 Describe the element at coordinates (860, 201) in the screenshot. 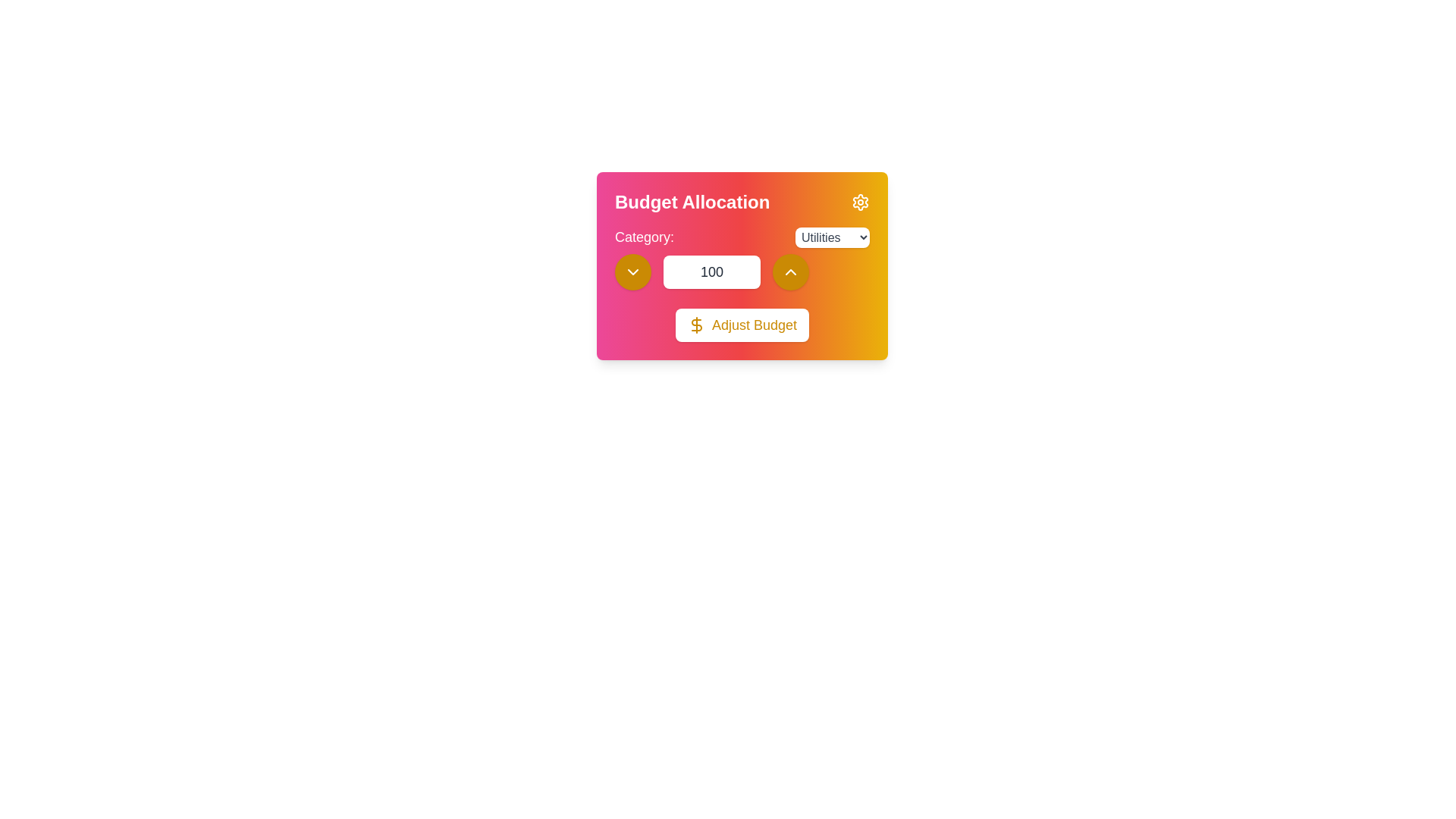

I see `the Icon Button in the top right corner of the 'Budget Allocation' panel` at that location.